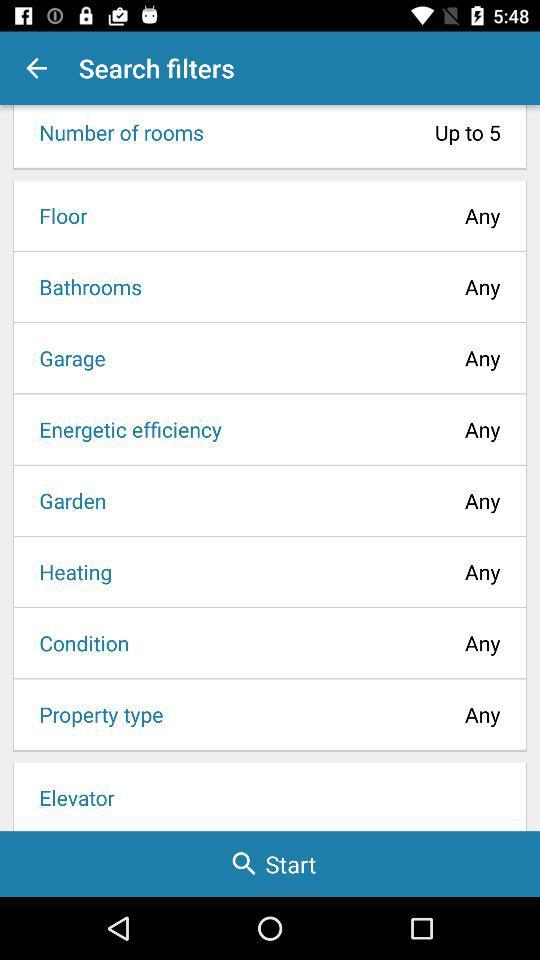 This screenshot has height=960, width=540. What do you see at coordinates (68, 571) in the screenshot?
I see `heating icon` at bounding box center [68, 571].